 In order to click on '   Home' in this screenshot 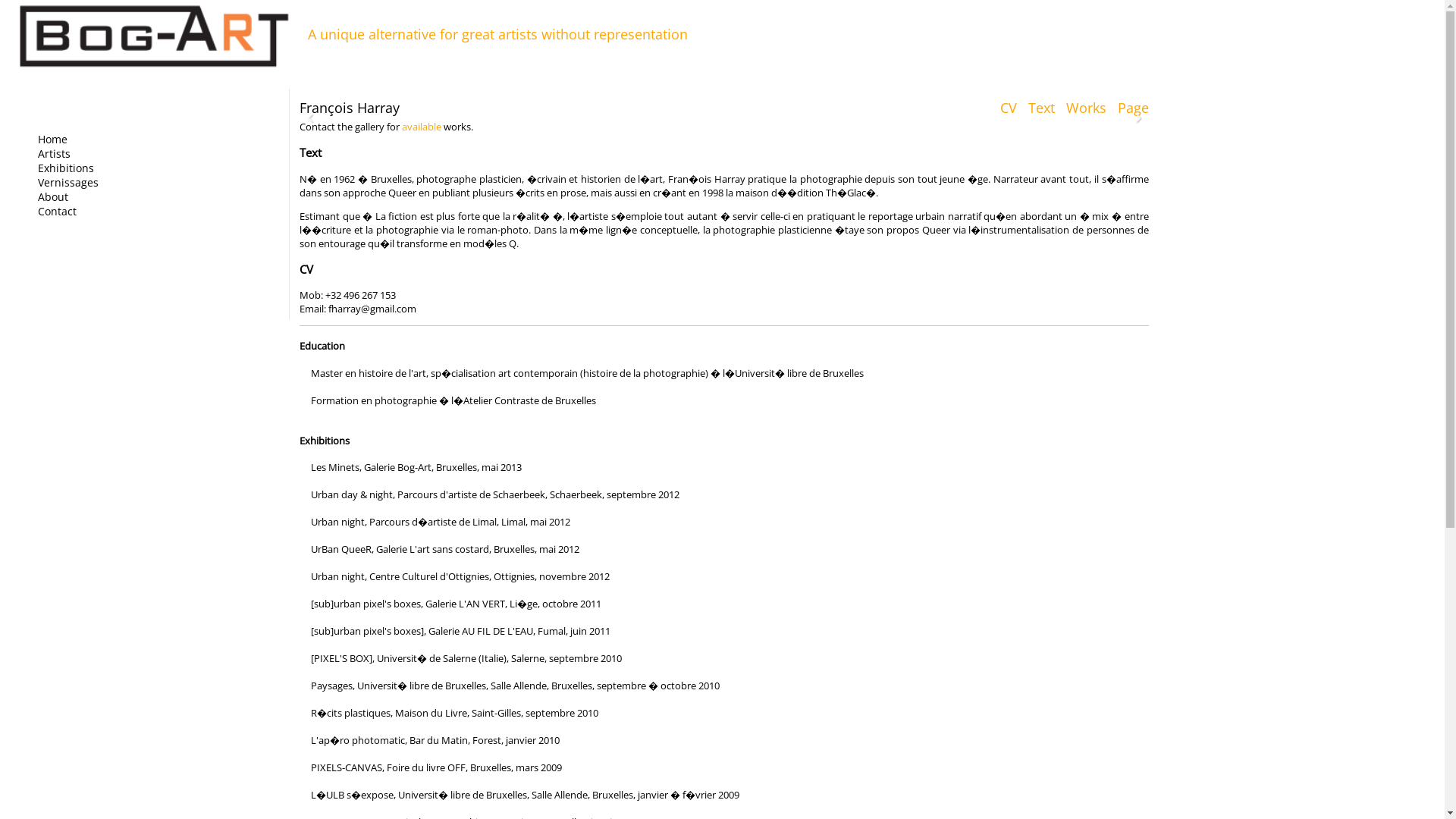, I will do `click(29, 139)`.